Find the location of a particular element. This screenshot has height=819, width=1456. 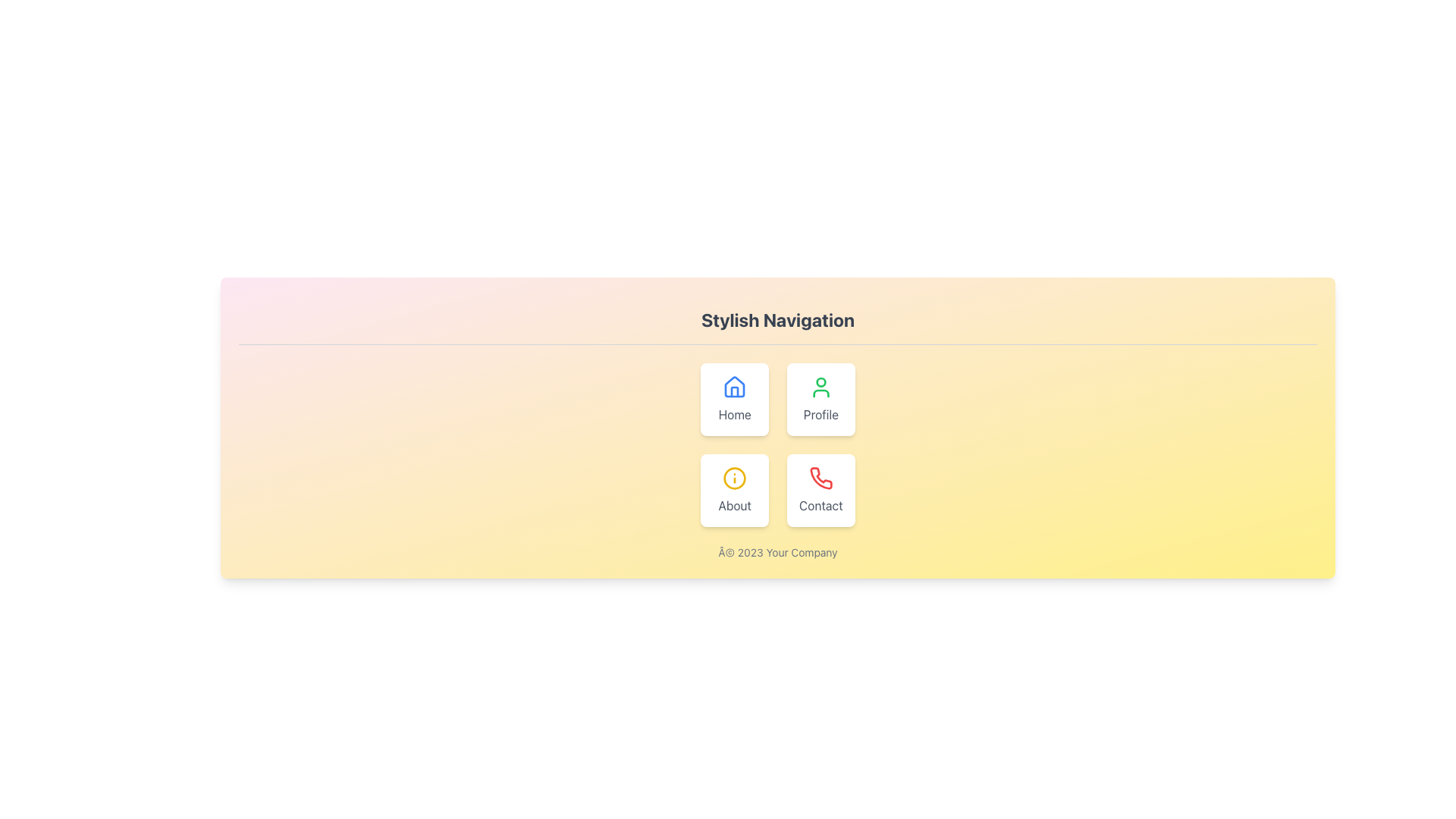

the text label 'Profile', which is styled in light gray and positioned below the user profile icon within the 'Profile' button is located at coordinates (820, 415).